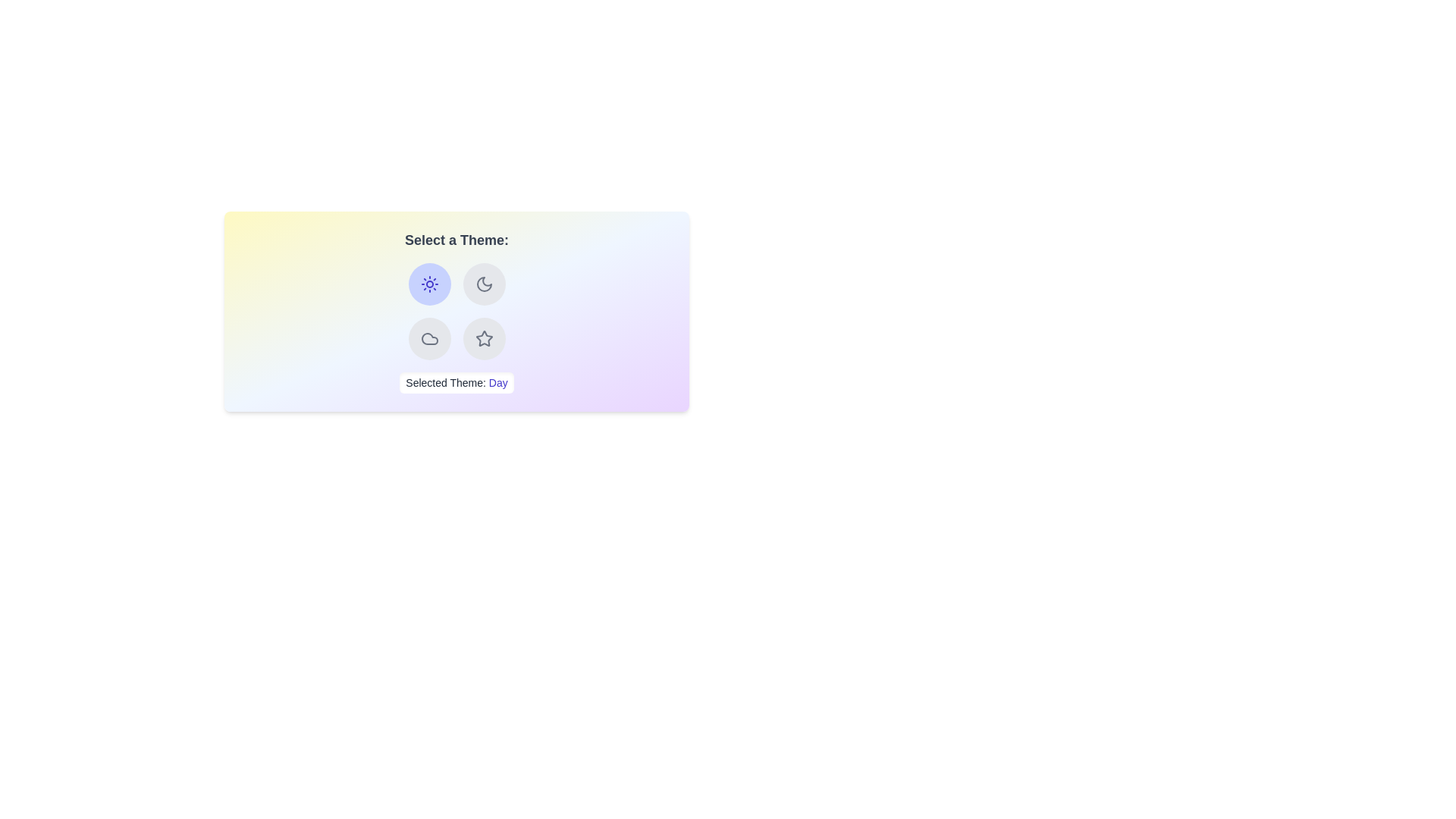 The height and width of the screenshot is (819, 1456). What do you see at coordinates (428, 338) in the screenshot?
I see `the theme button Cloudy to observe the hover effect` at bounding box center [428, 338].